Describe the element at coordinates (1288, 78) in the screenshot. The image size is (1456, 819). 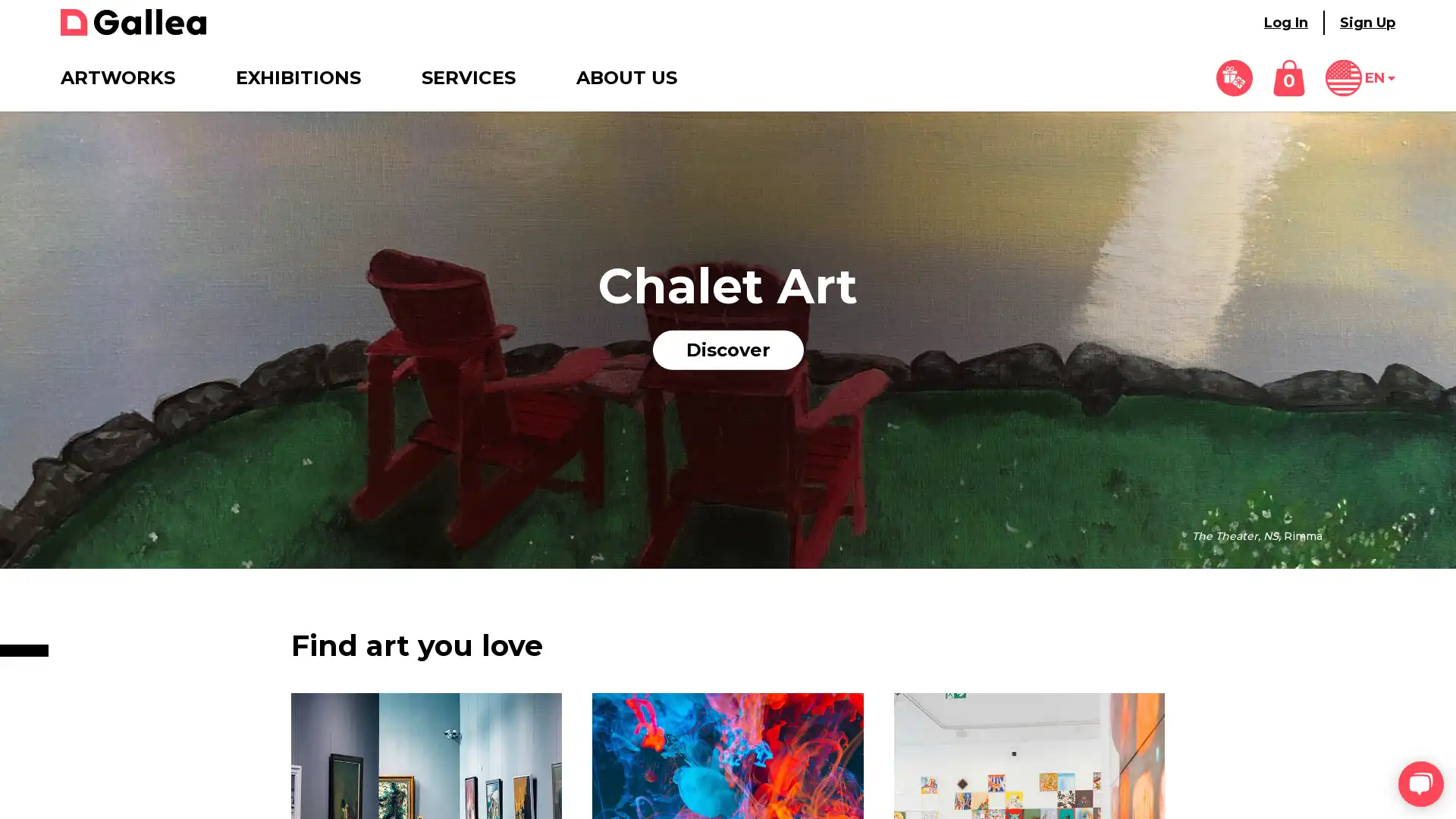
I see `0` at that location.